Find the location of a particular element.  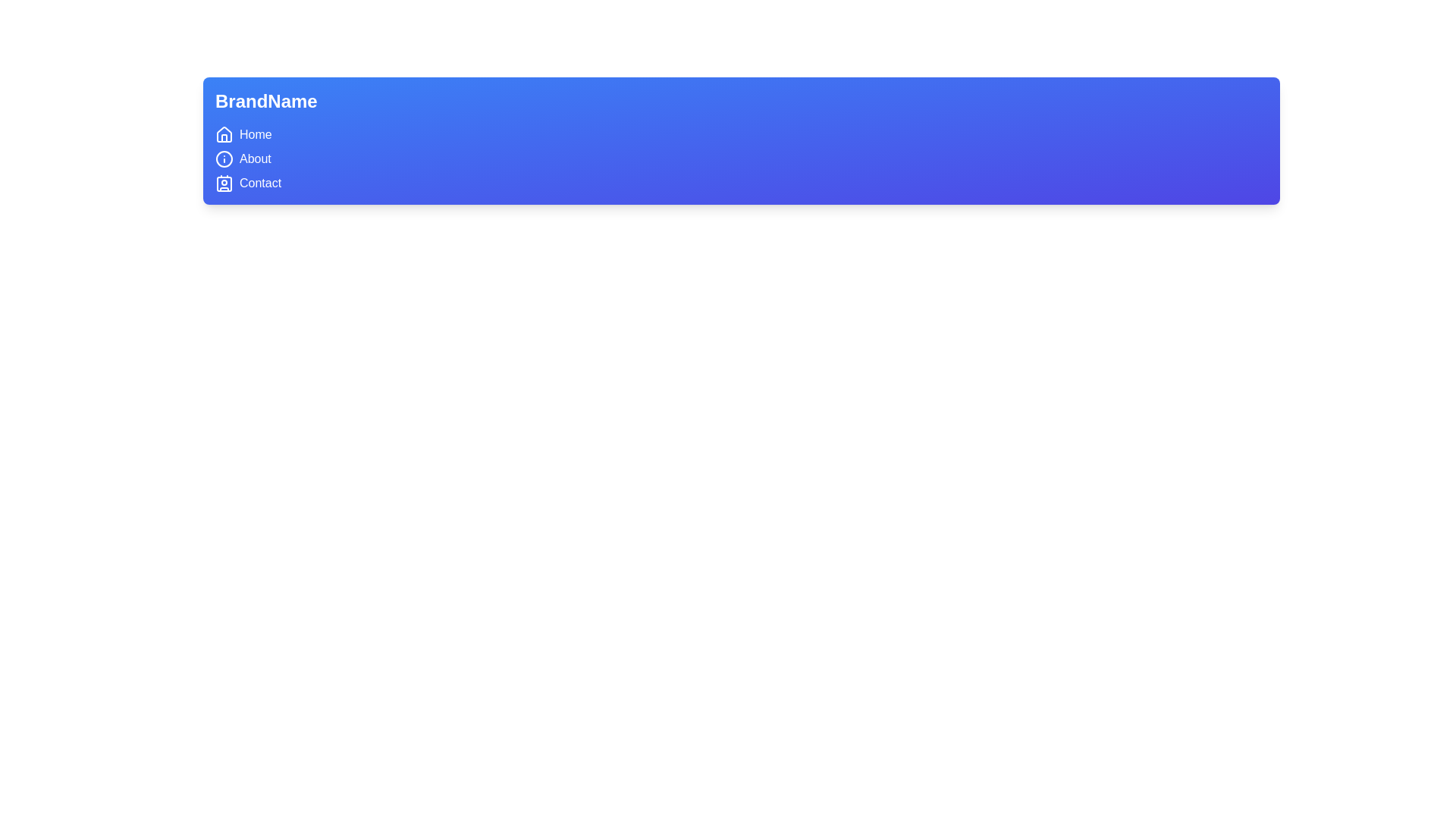

the 'About' section icon located to the left of the text 'About' in the navigation menu under the blue header is located at coordinates (224, 158).